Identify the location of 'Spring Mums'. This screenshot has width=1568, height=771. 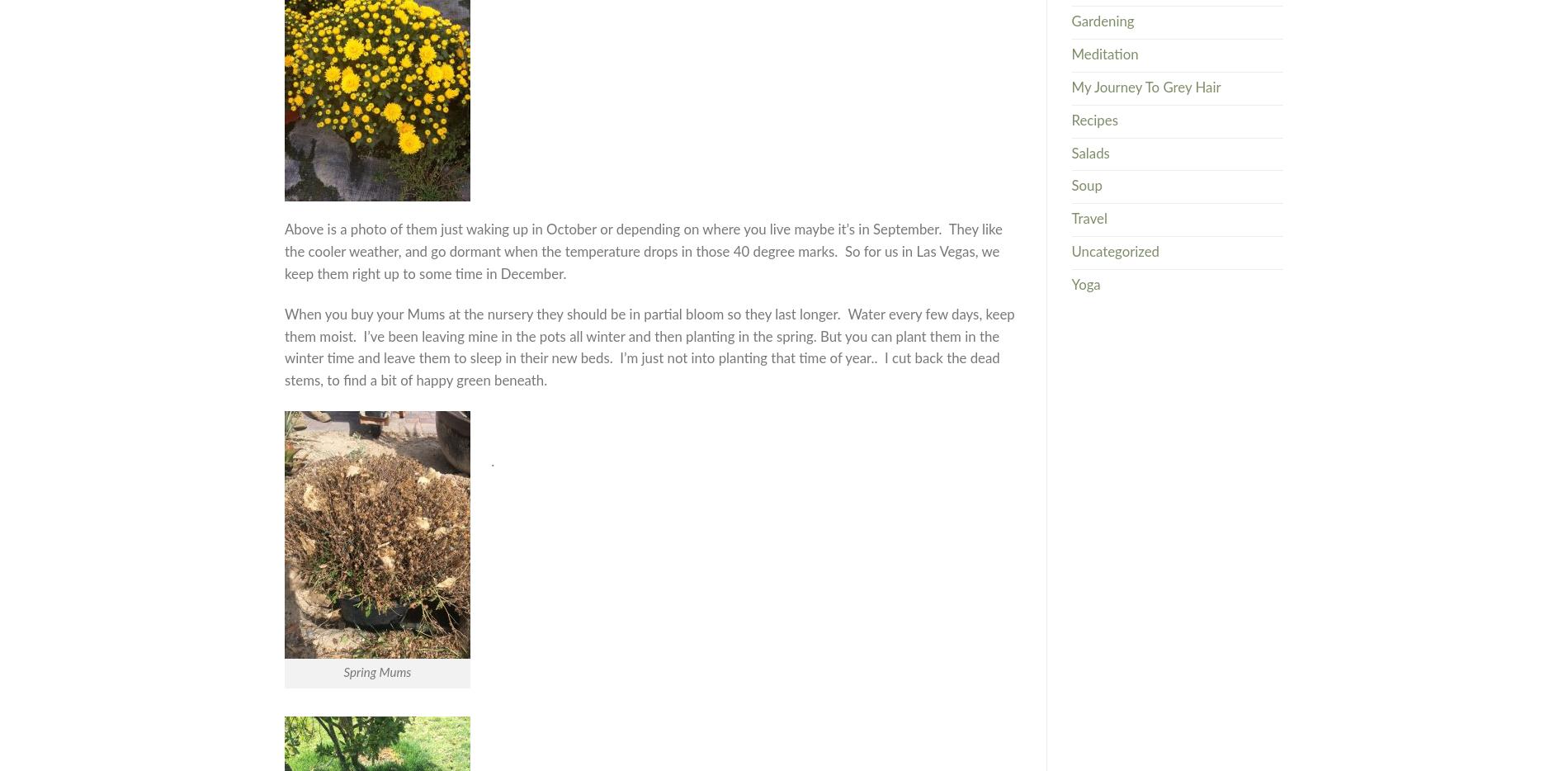
(375, 673).